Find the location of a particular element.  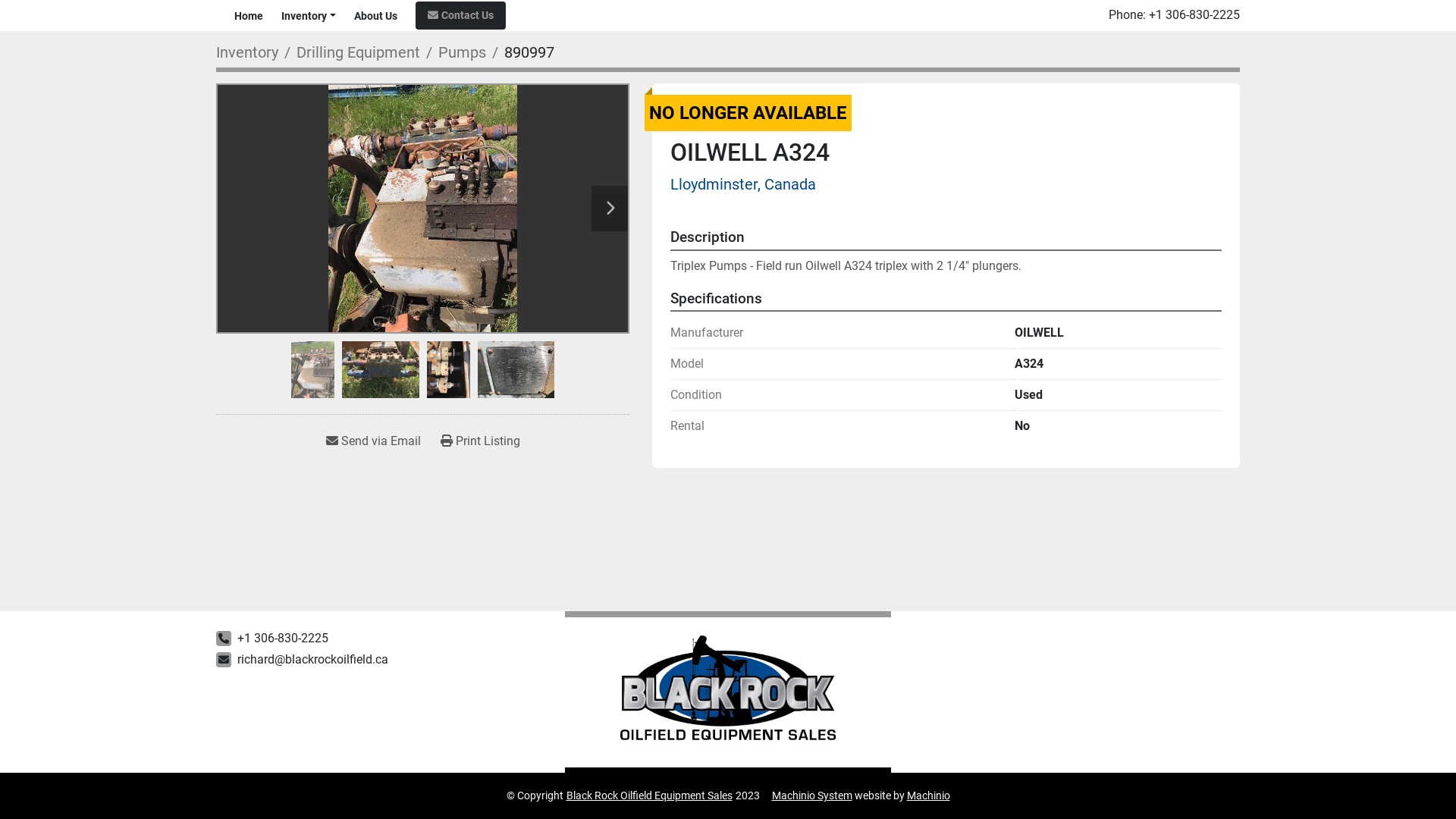

'Pumps' is located at coordinates (461, 52).